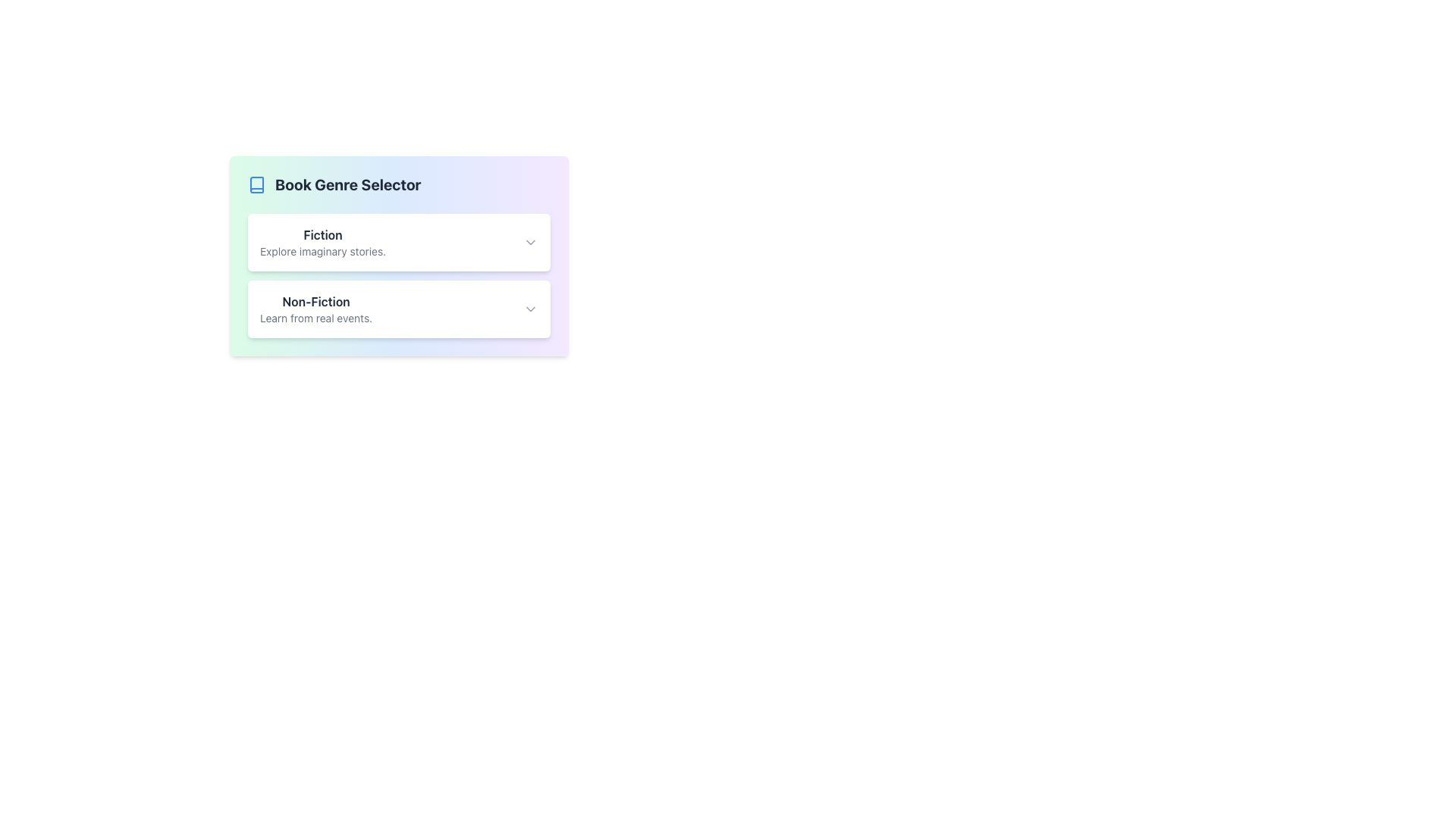 The image size is (1456, 819). Describe the element at coordinates (531, 309) in the screenshot. I see `the Chevron Dropdown Indicator located to the right of the 'Non-Fiction' genre in the Book Genre Selector` at that location.